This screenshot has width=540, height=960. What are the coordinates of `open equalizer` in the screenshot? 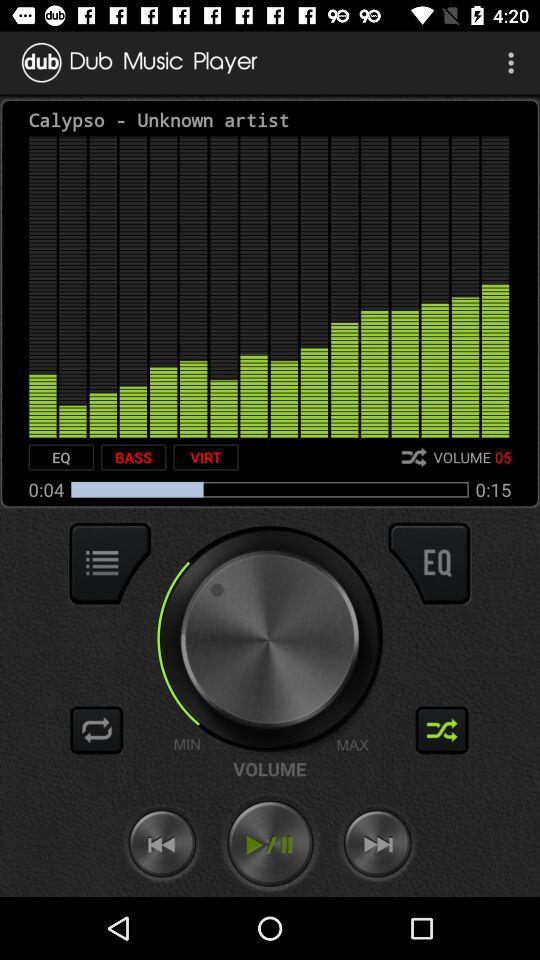 It's located at (428, 563).